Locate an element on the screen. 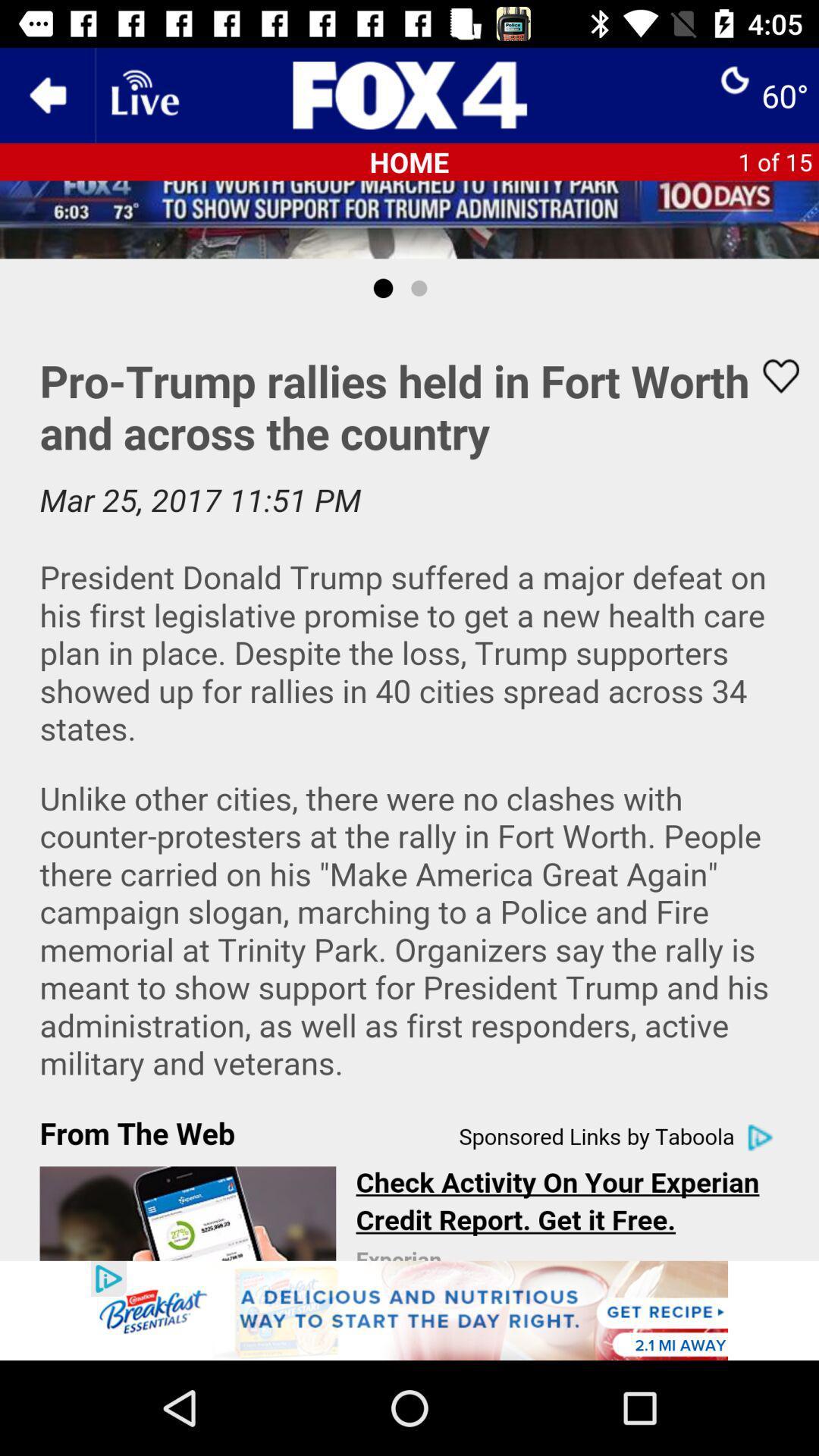 Image resolution: width=819 pixels, height=1456 pixels. like is located at coordinates (771, 376).